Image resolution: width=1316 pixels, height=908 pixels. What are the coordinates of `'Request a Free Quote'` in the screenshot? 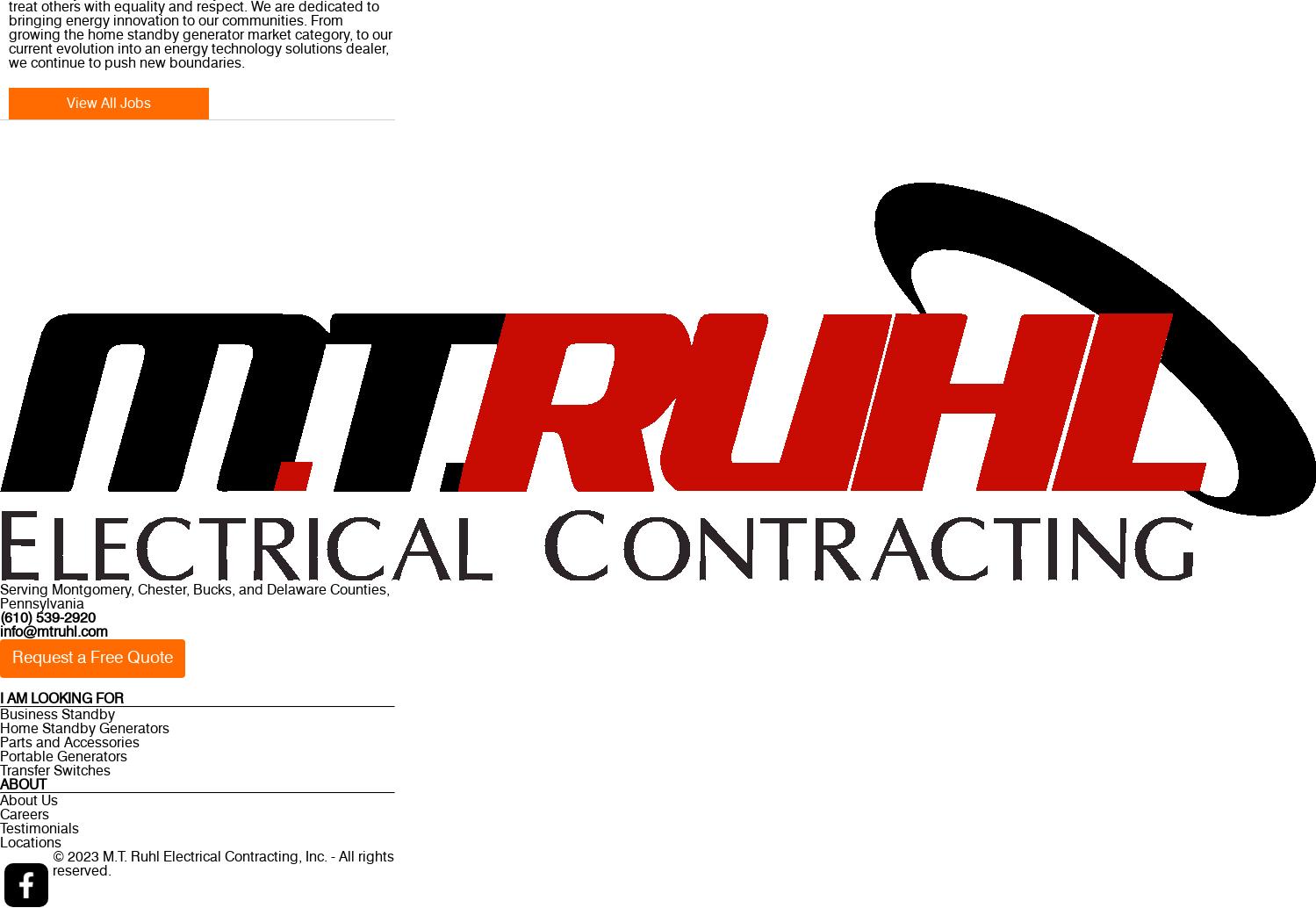 It's located at (91, 657).